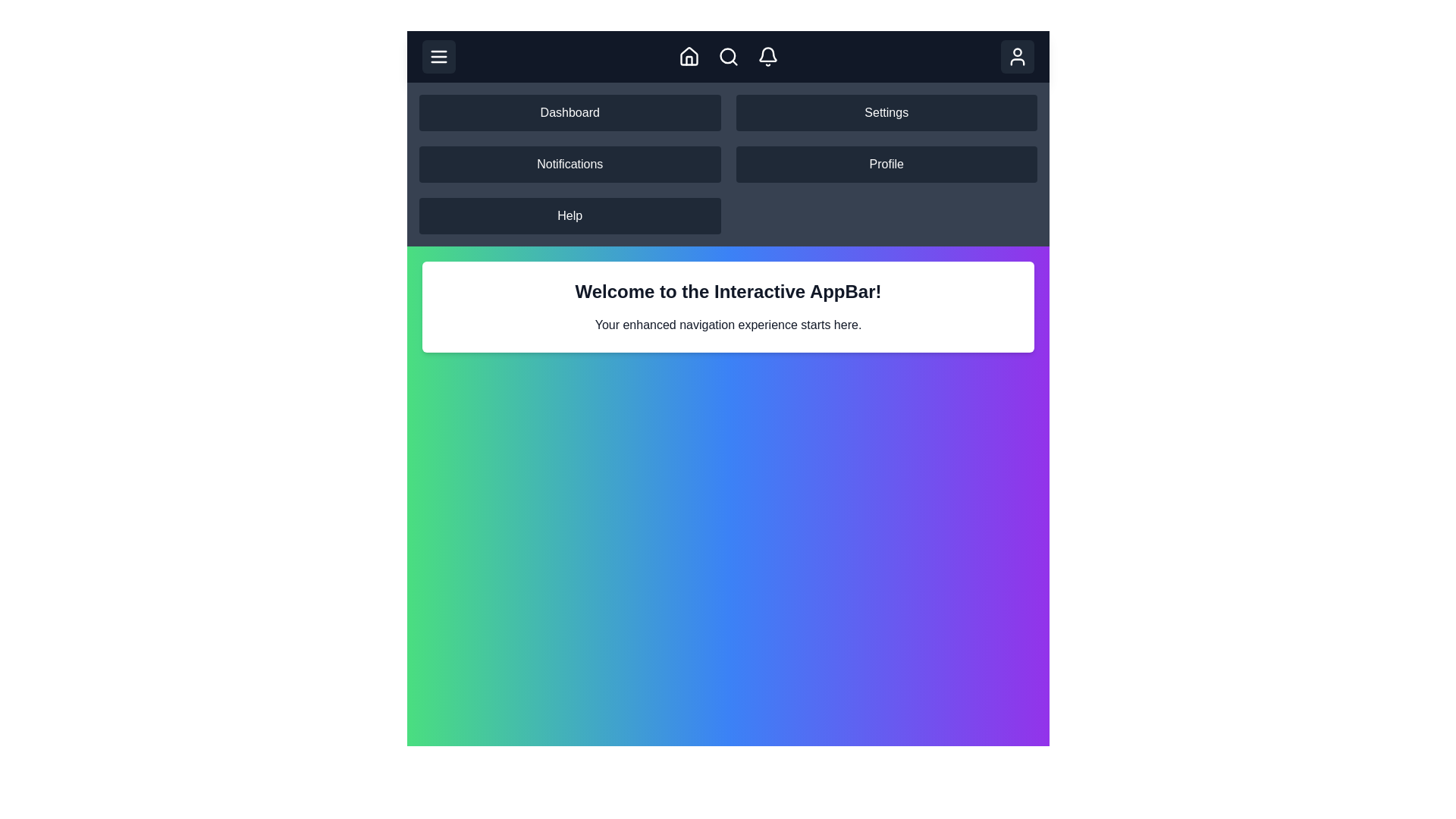 The image size is (1456, 819). What do you see at coordinates (438, 55) in the screenshot?
I see `the menu toggle button to toggle the visibility of the navigation menu` at bounding box center [438, 55].